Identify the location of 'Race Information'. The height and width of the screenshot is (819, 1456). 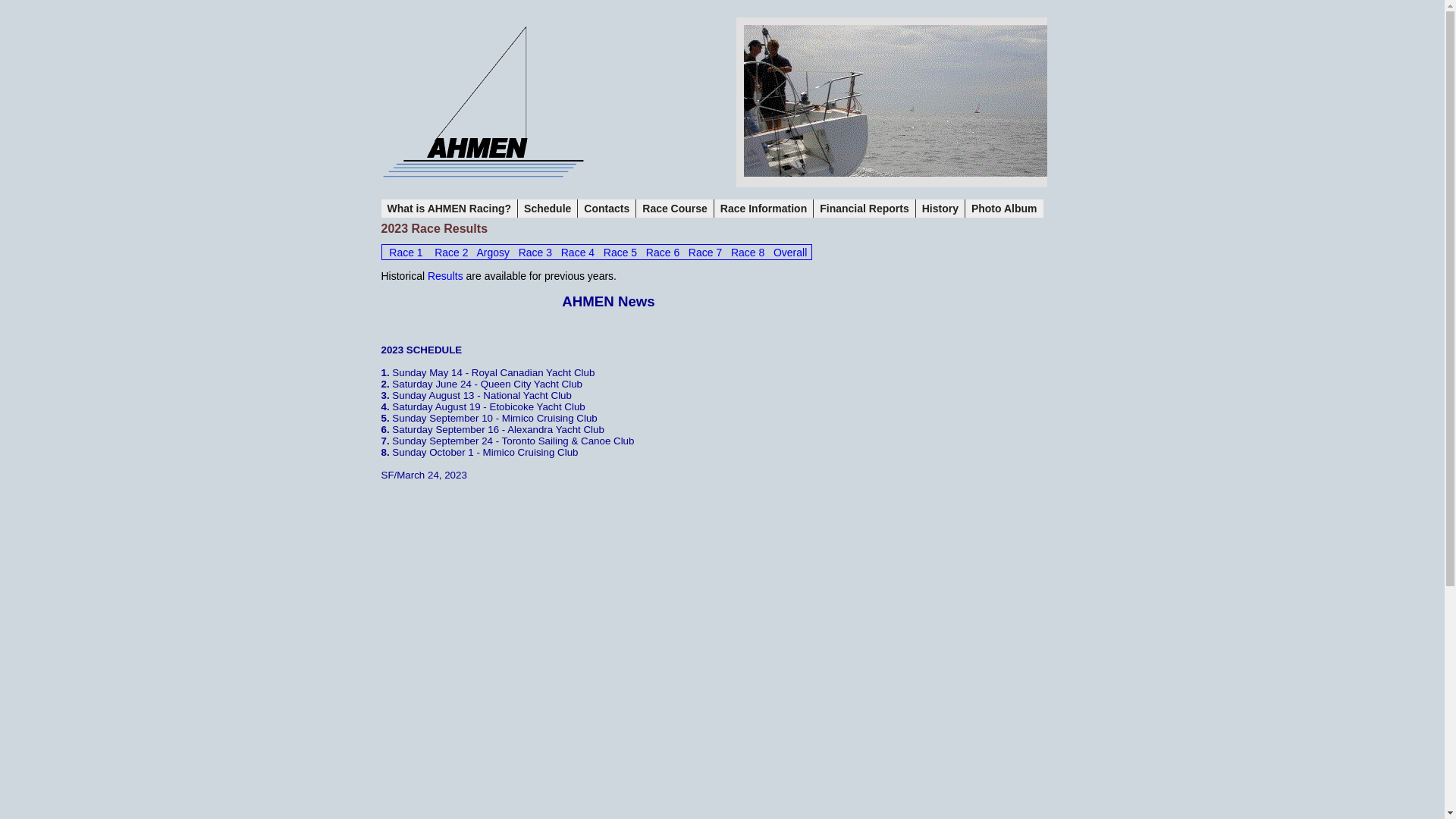
(764, 208).